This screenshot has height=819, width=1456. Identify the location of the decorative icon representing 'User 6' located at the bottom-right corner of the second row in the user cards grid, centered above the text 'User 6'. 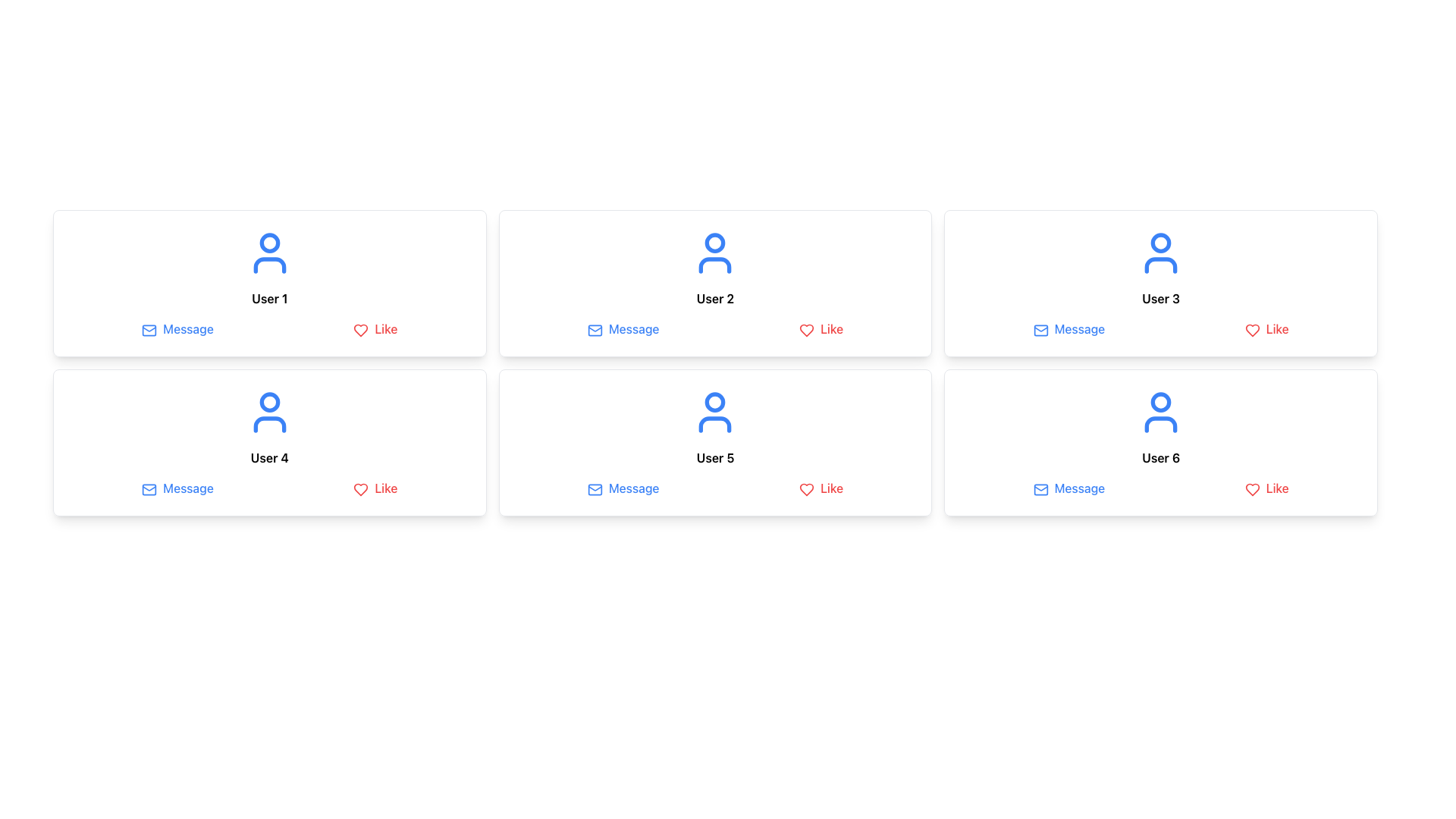
(1160, 412).